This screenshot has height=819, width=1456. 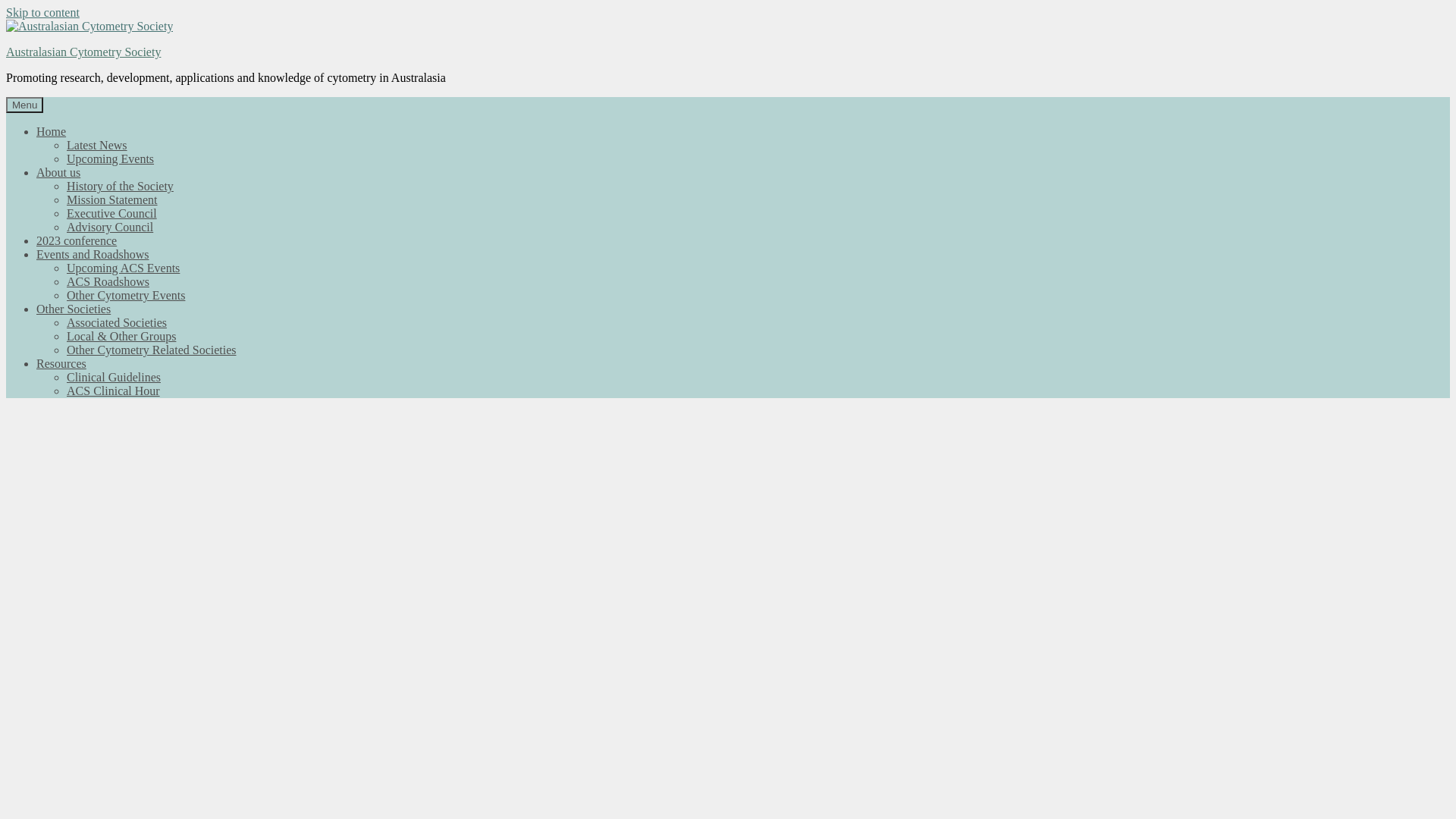 What do you see at coordinates (24, 104) in the screenshot?
I see `'Menu'` at bounding box center [24, 104].